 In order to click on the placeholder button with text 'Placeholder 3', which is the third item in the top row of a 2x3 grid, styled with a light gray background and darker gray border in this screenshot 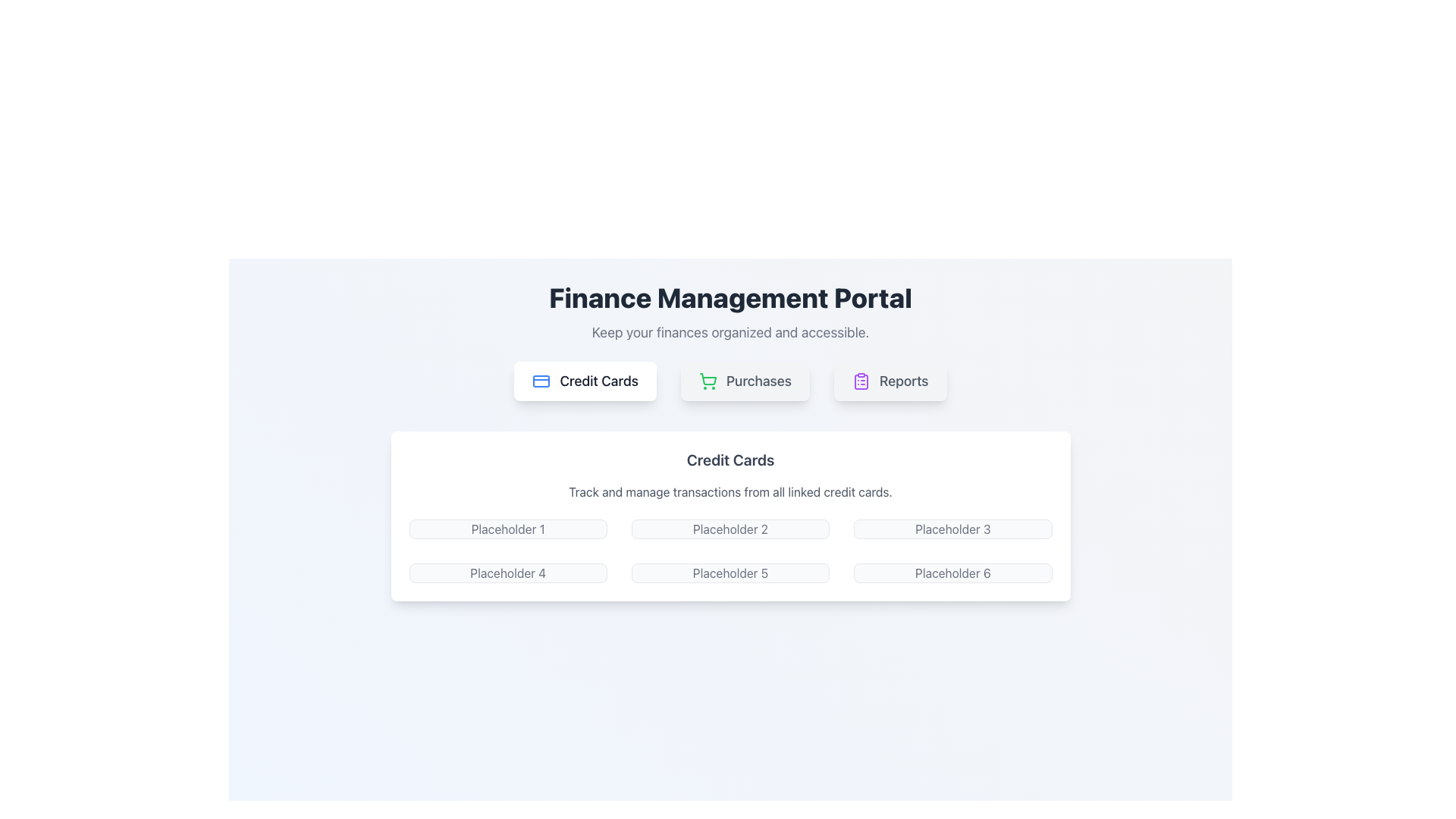, I will do `click(952, 529)`.